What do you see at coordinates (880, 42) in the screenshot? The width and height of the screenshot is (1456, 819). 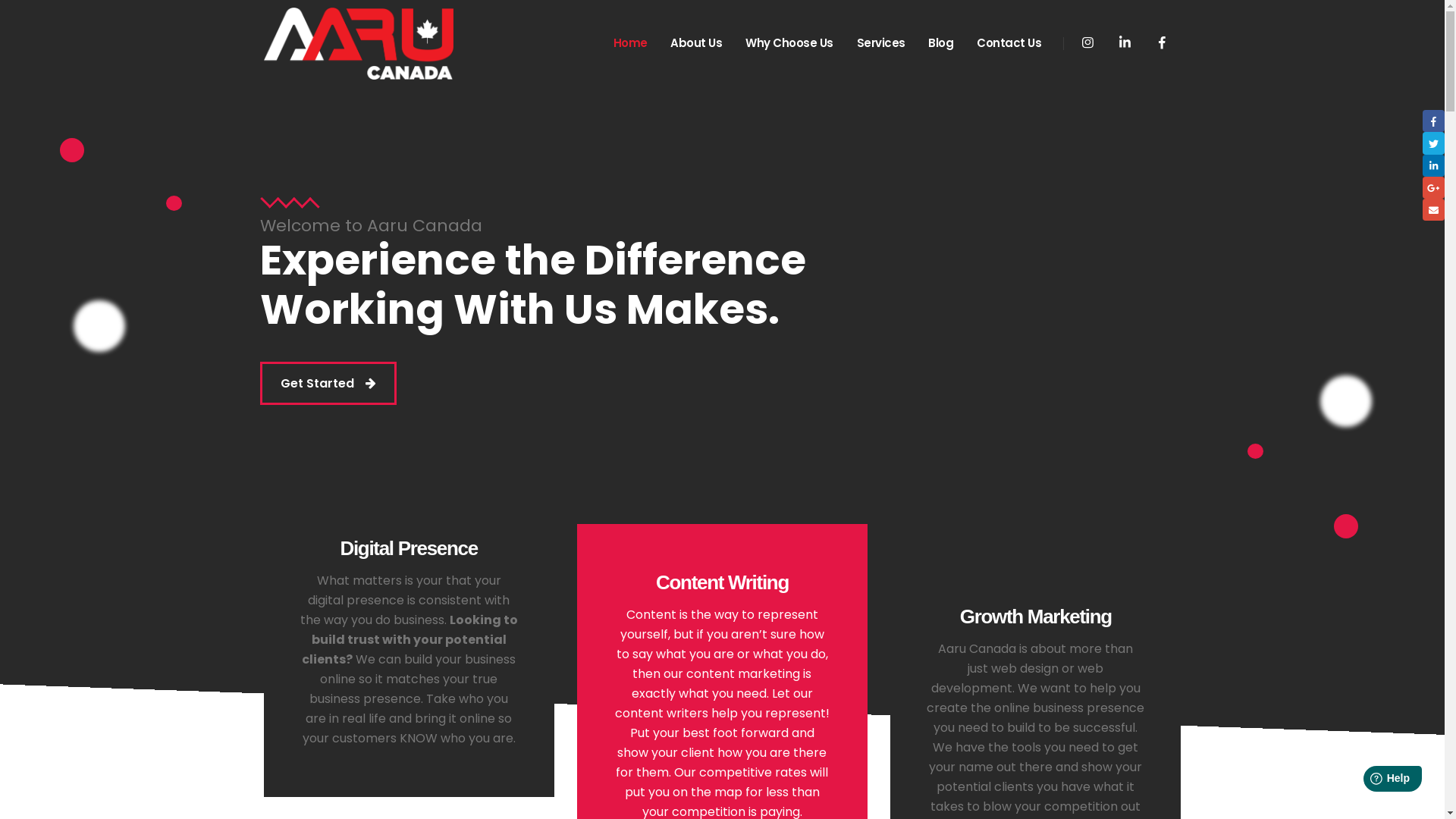 I see `'Services'` at bounding box center [880, 42].